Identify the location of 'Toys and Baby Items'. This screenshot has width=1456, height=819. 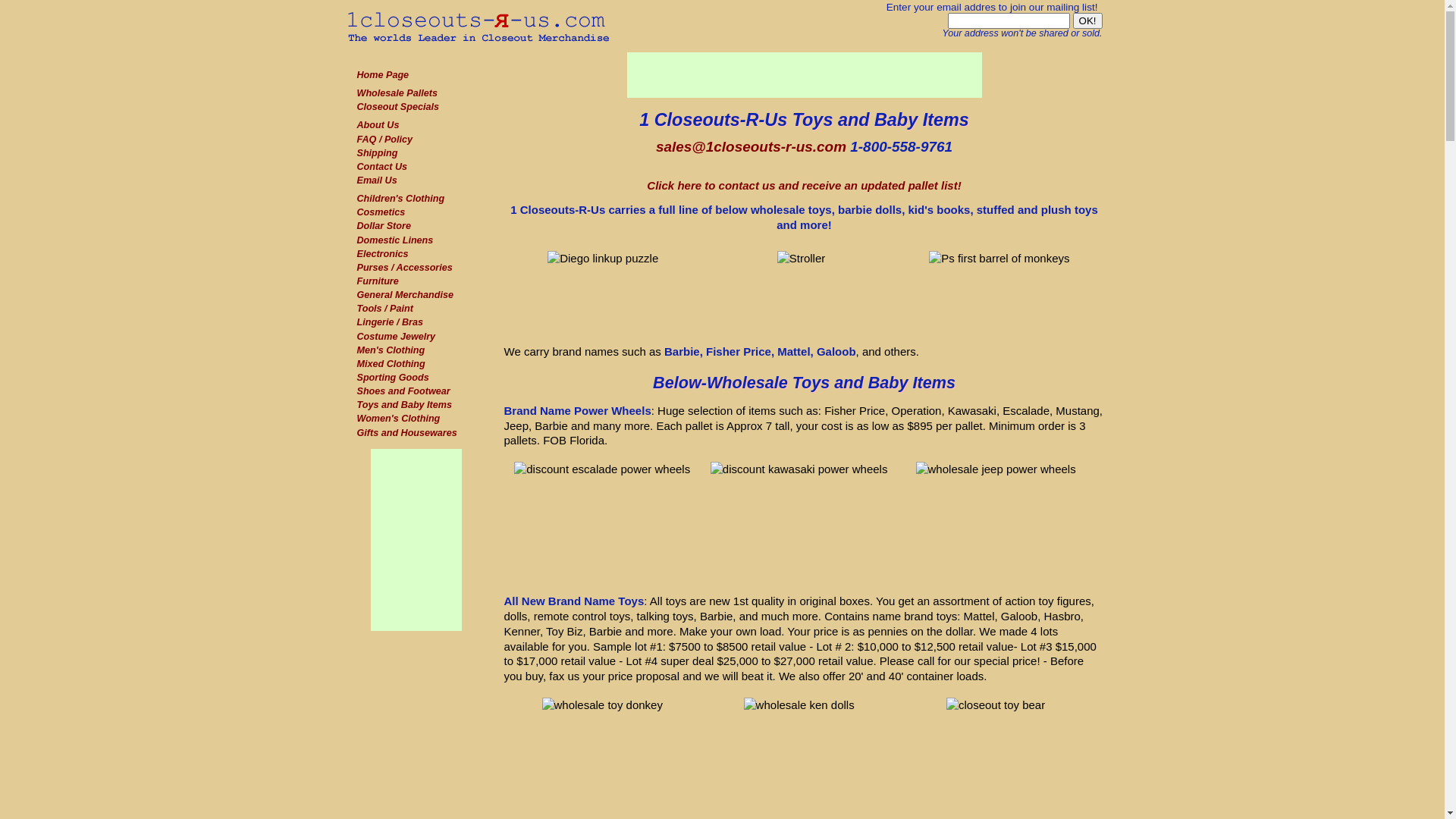
(403, 403).